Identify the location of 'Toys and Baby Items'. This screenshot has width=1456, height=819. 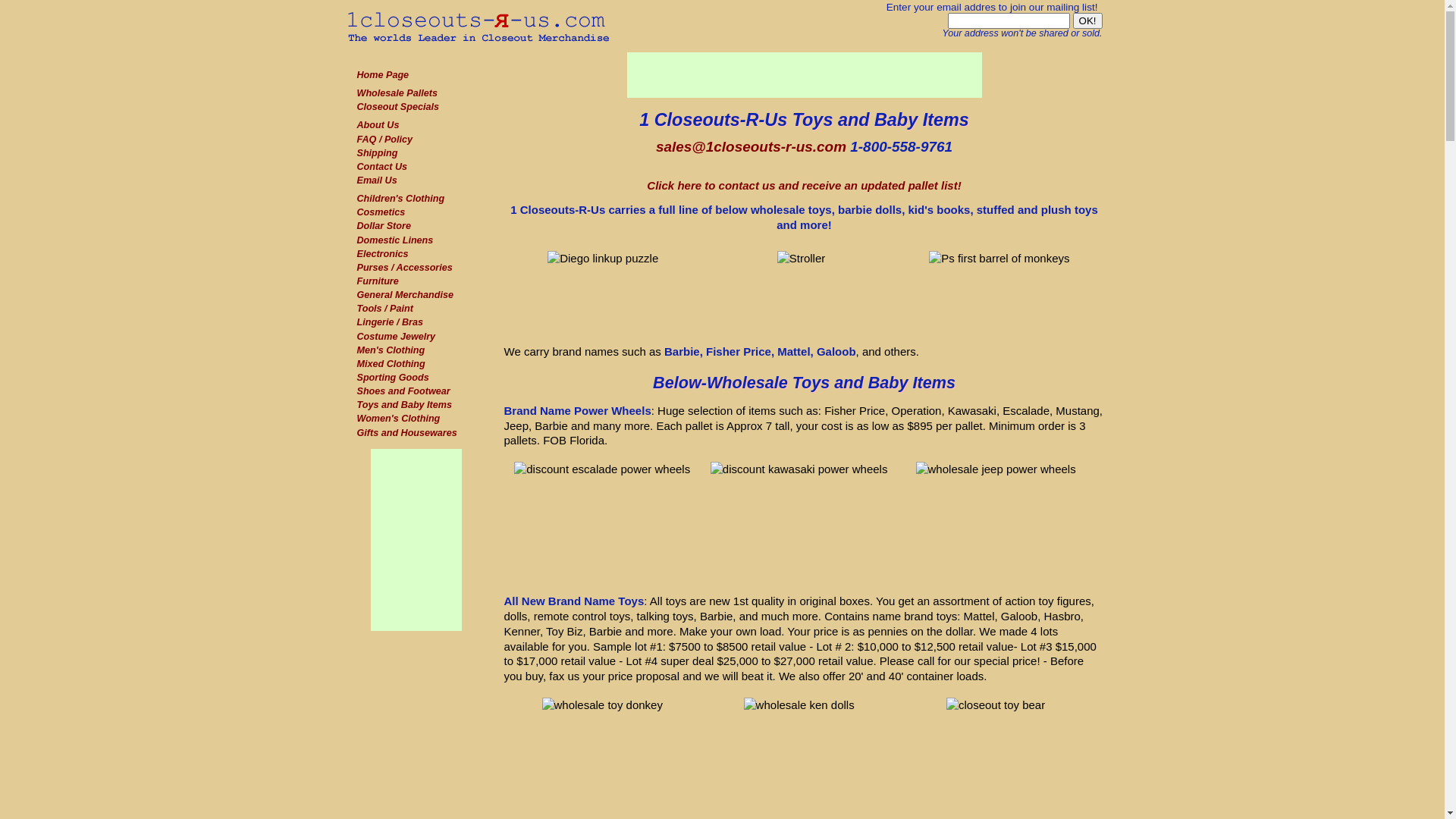
(403, 403).